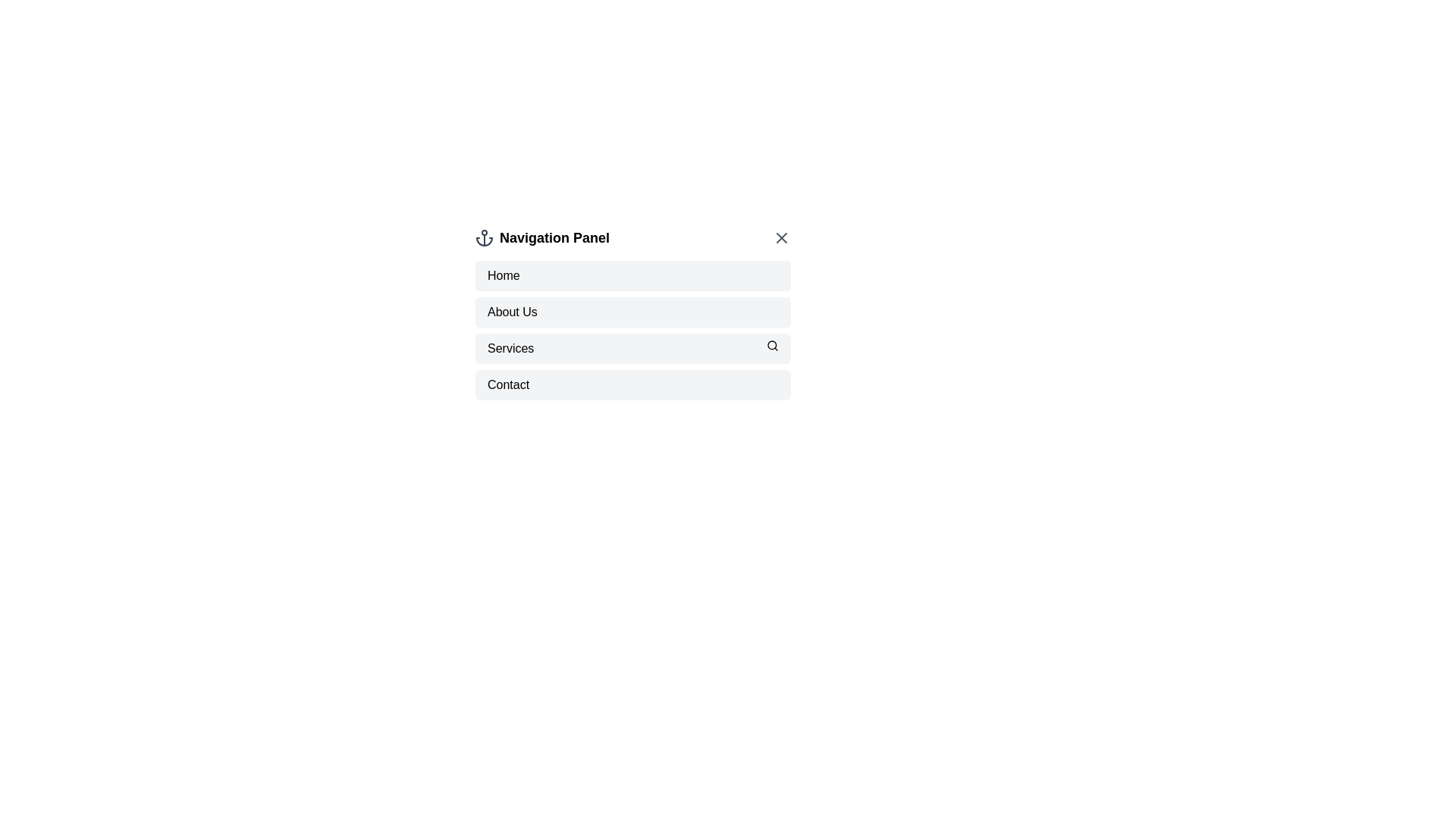  Describe the element at coordinates (483, 237) in the screenshot. I see `the anchor-shaped icon in the Navigation Panel, which is dark gray and located at the far left of the row, next to the 'Navigation Panel' label` at that location.